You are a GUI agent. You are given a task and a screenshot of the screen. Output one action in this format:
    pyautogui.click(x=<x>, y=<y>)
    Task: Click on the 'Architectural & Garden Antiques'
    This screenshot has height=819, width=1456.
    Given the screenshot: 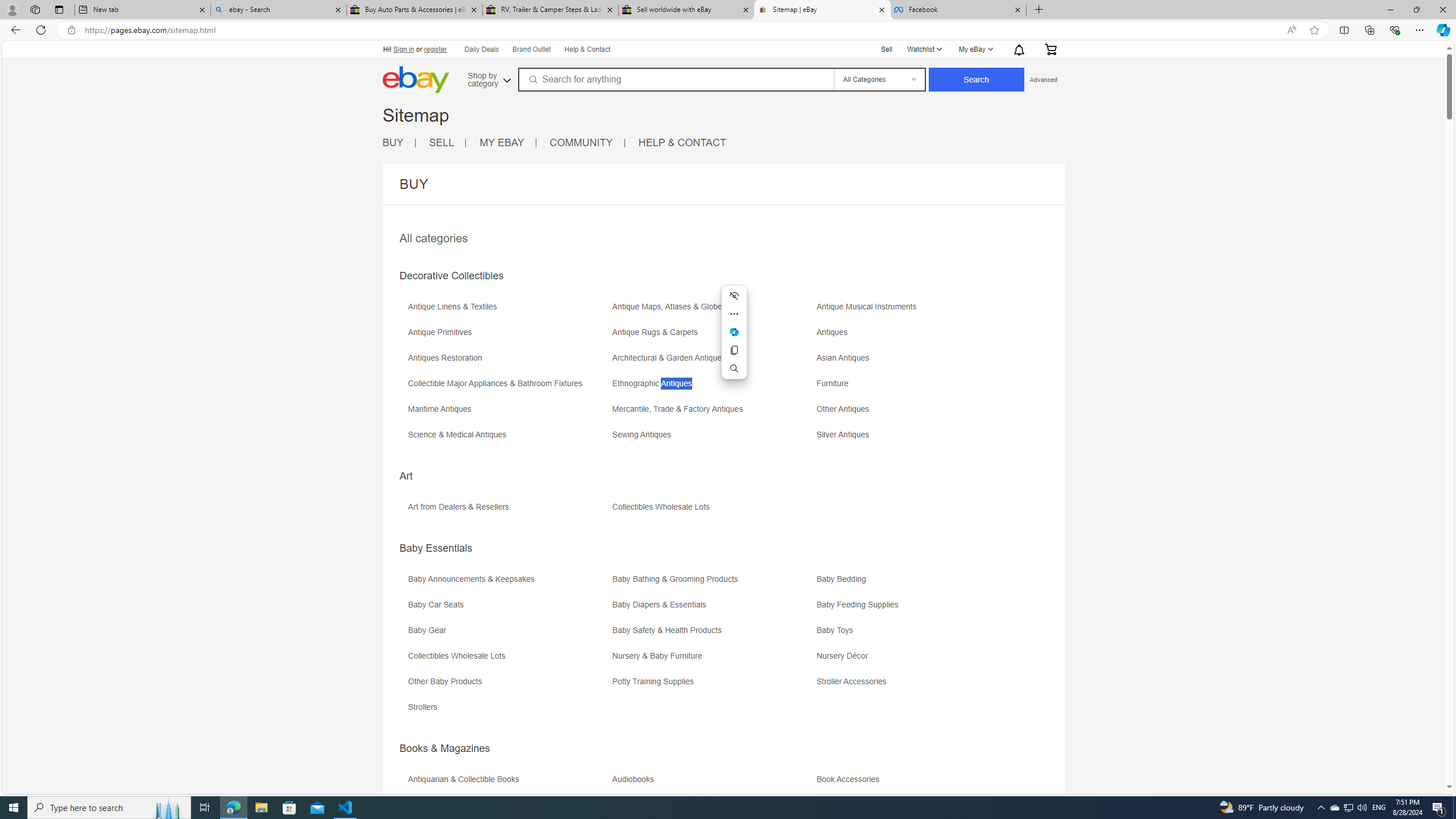 What is the action you would take?
    pyautogui.click(x=712, y=361)
    